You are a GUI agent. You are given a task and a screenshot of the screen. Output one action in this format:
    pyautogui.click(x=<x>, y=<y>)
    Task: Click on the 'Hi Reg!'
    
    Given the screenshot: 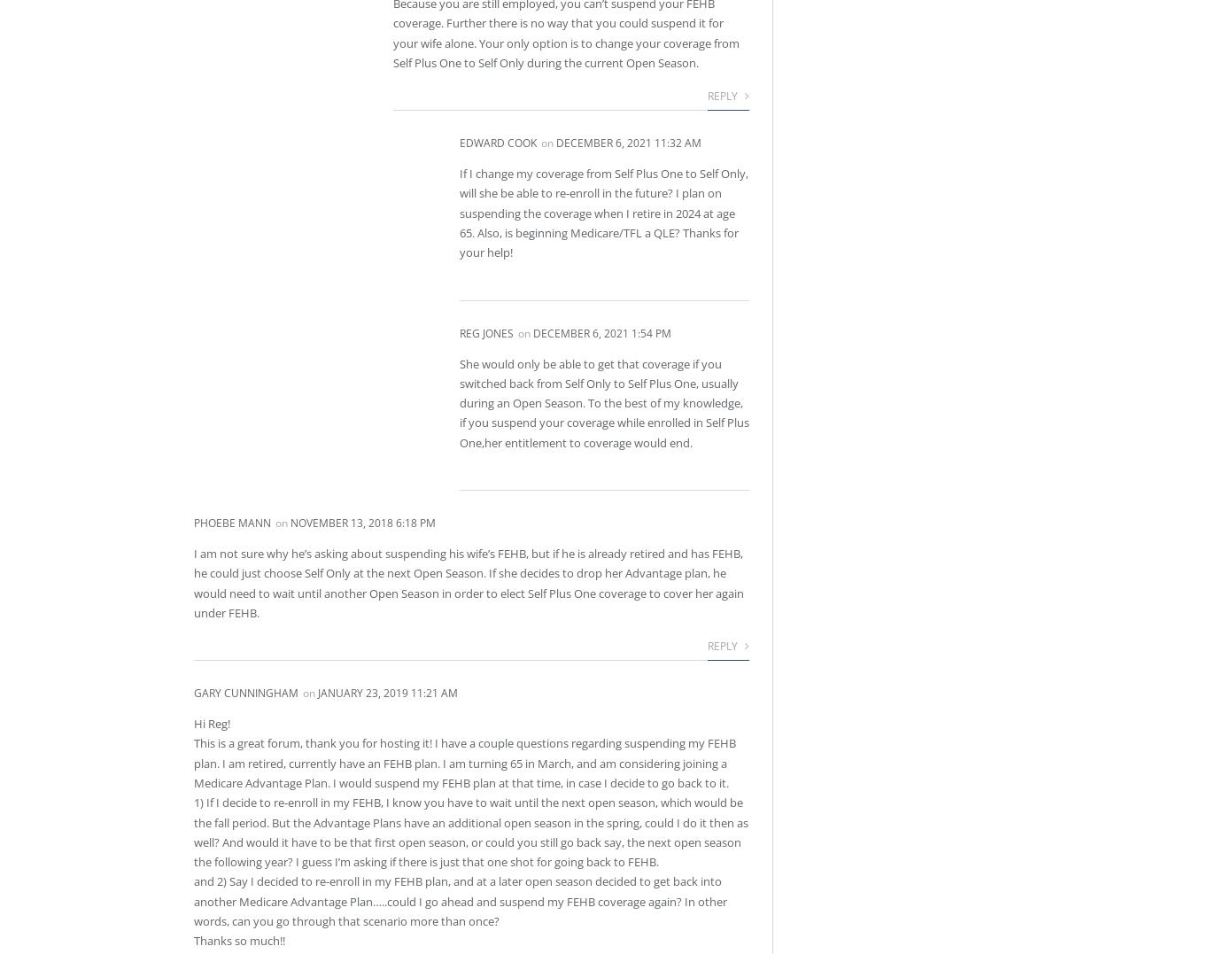 What is the action you would take?
    pyautogui.click(x=193, y=724)
    